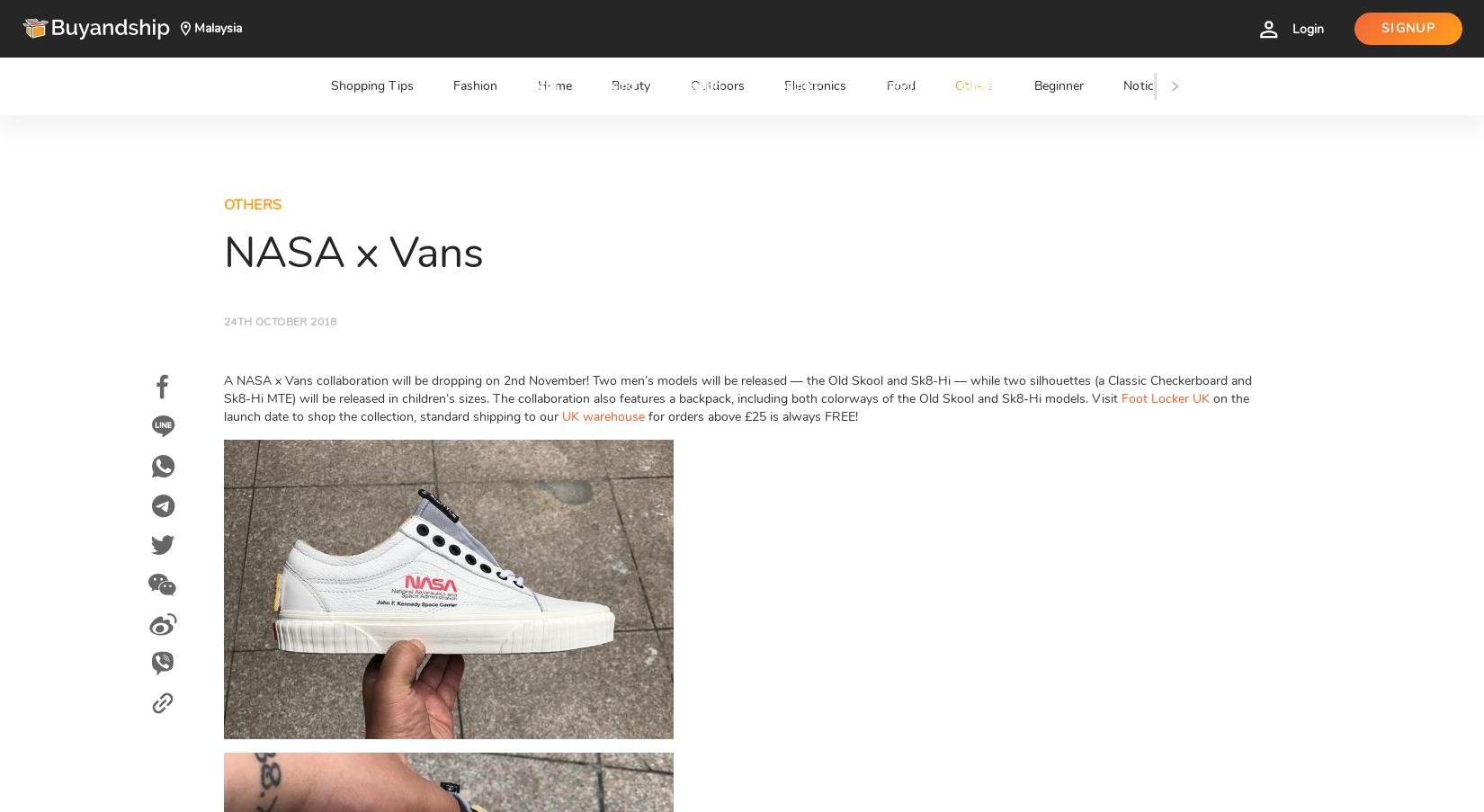  Describe the element at coordinates (1407, 27) in the screenshot. I see `'Signup'` at that location.